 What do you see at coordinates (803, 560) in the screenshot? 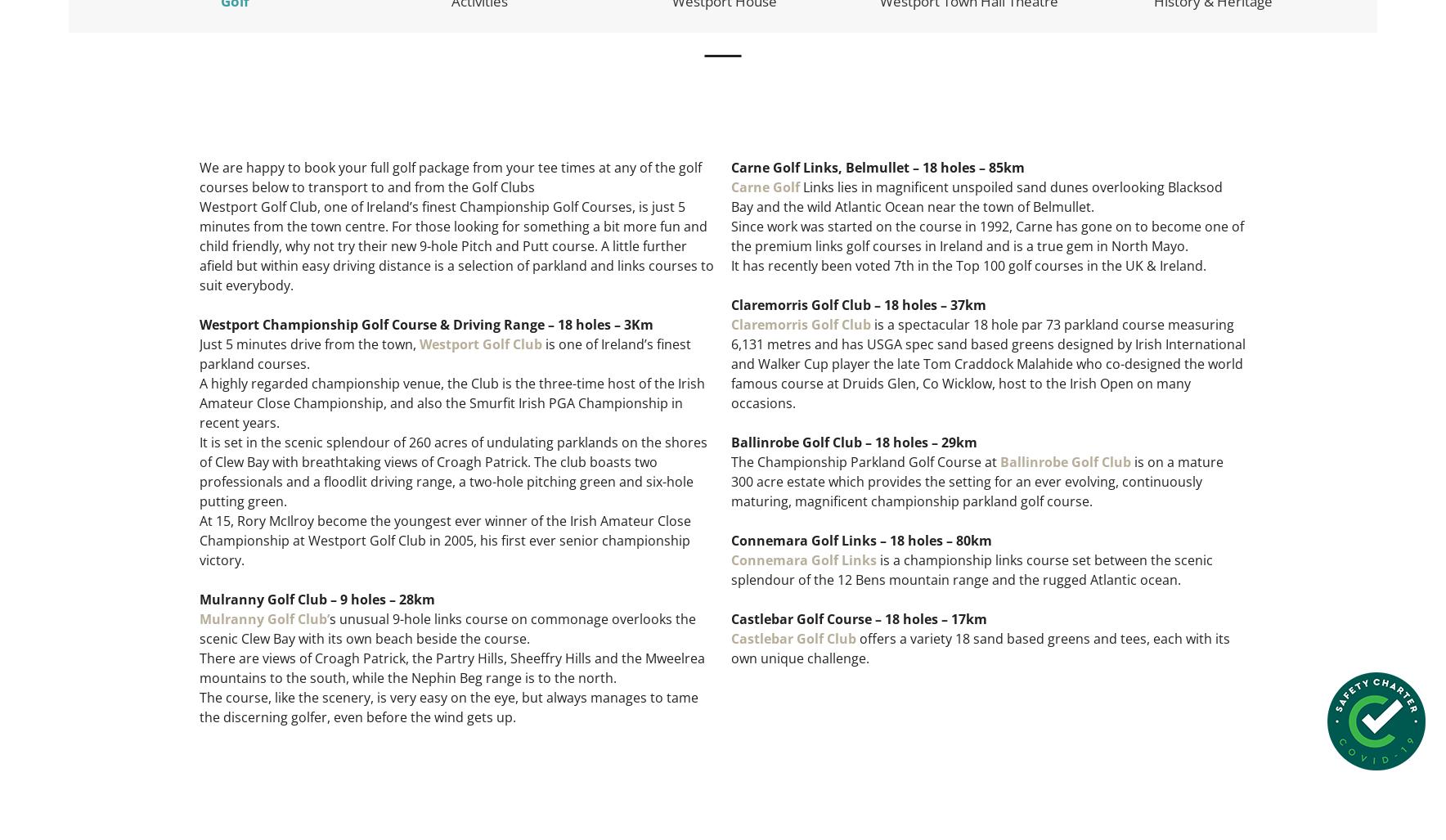
I see `'Connemara Golf Links'` at bounding box center [803, 560].